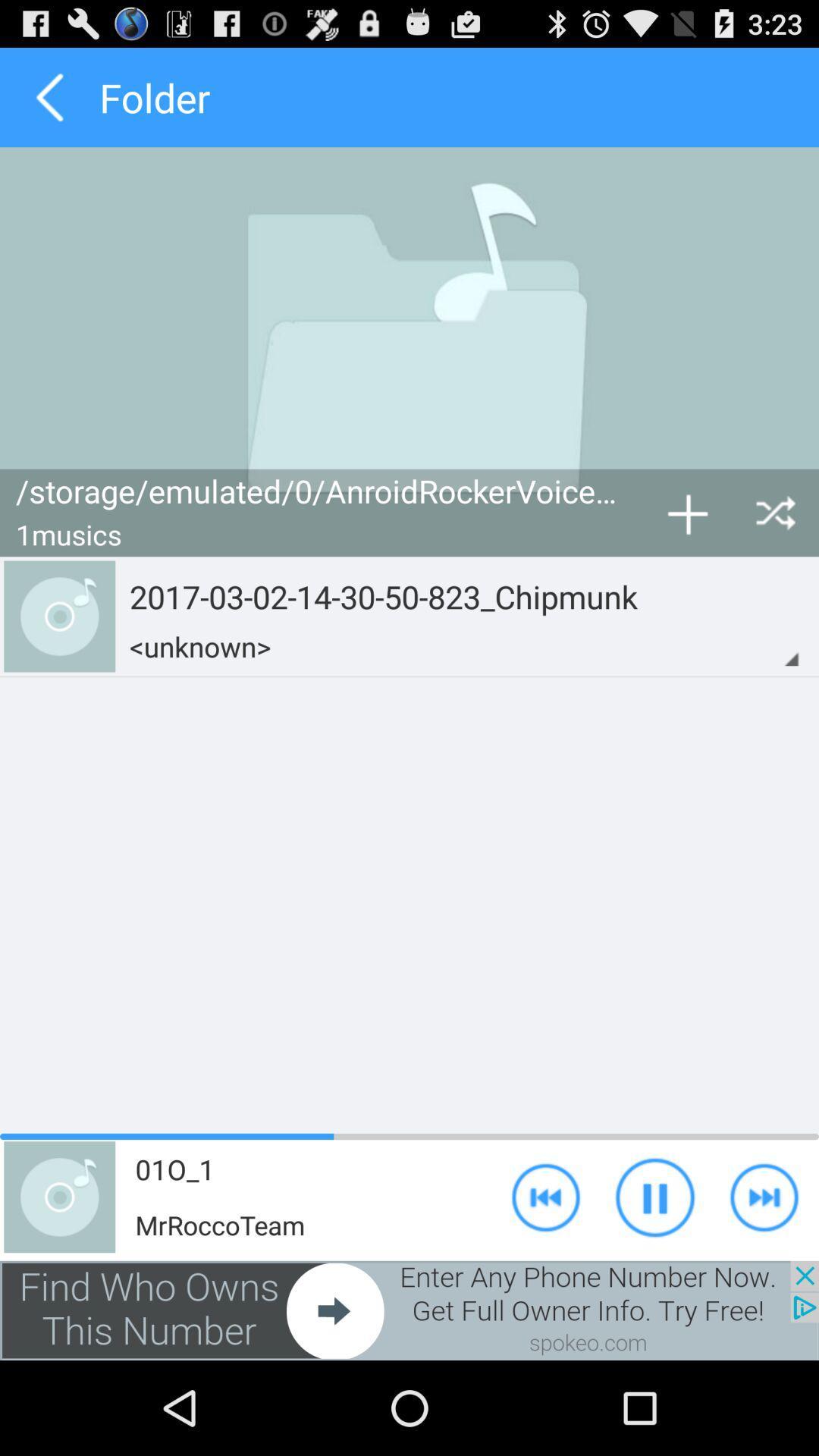 The image size is (819, 1456). Describe the element at coordinates (775, 513) in the screenshot. I see `shuffle button` at that location.